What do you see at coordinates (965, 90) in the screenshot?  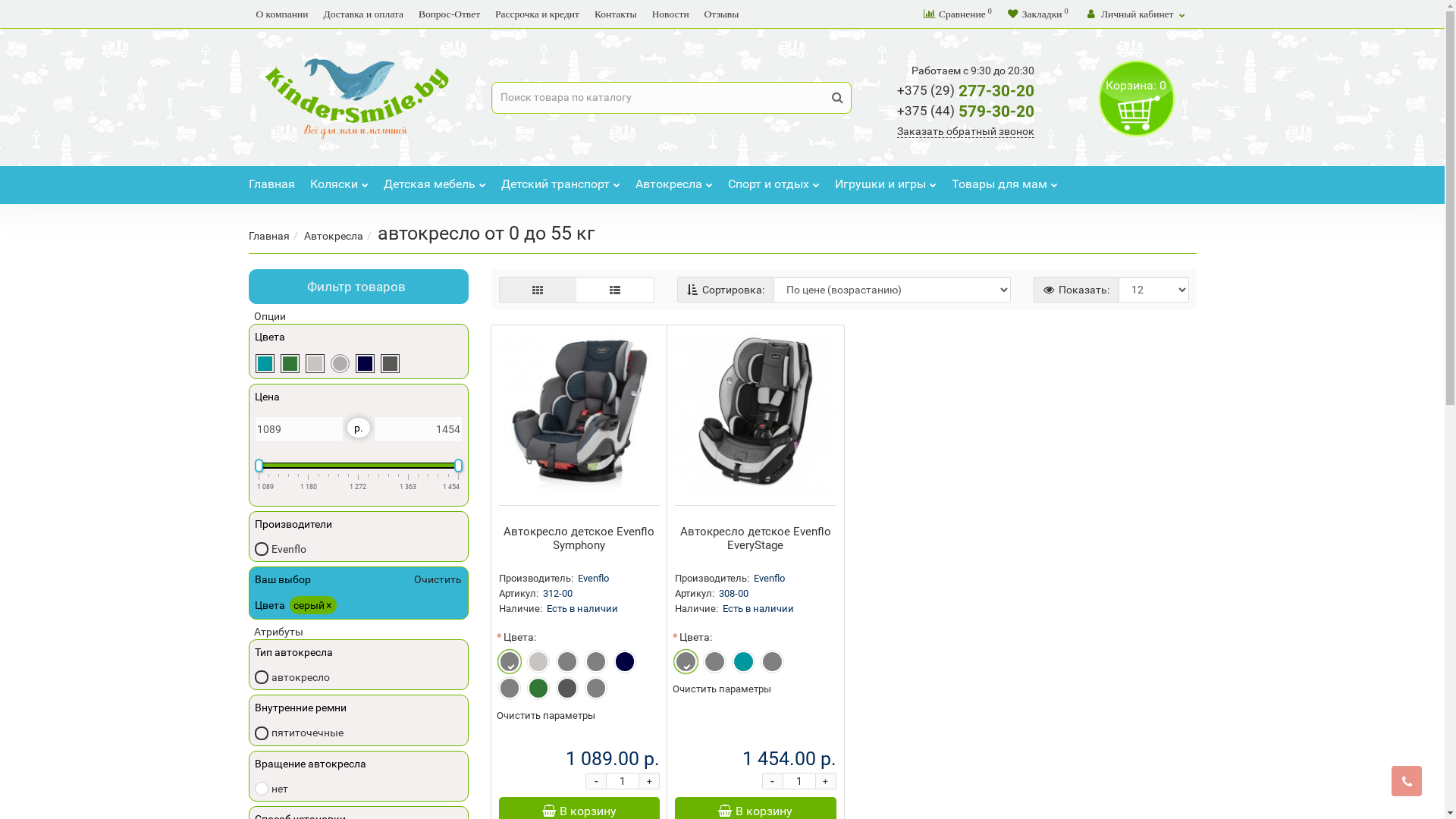 I see `'+375 (29) 277-30-20'` at bounding box center [965, 90].